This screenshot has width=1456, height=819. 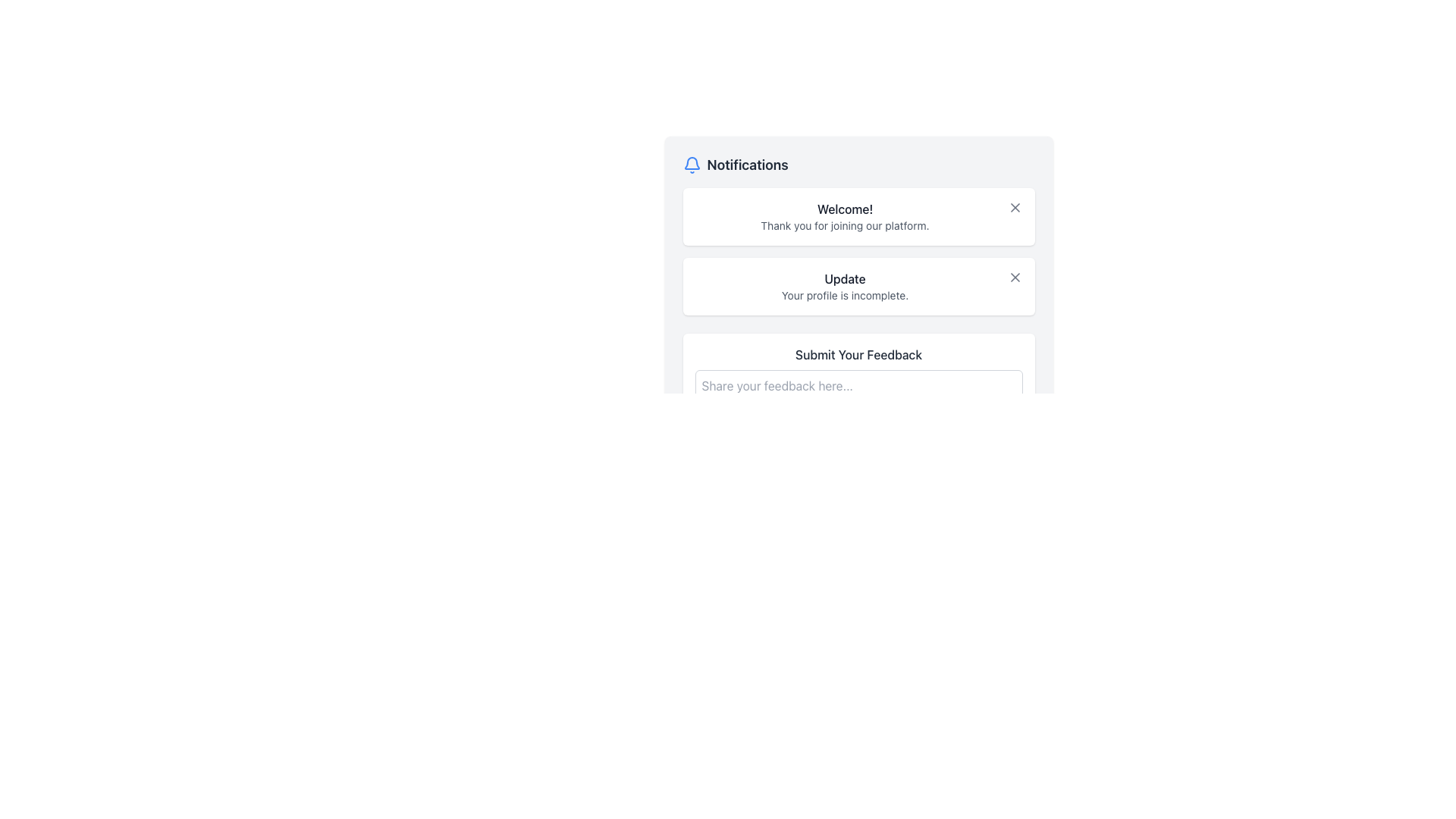 I want to click on greeting text displayed in the notification panel, located near the top to the right of the blue bell icon labeled 'Notifications', so click(x=844, y=209).